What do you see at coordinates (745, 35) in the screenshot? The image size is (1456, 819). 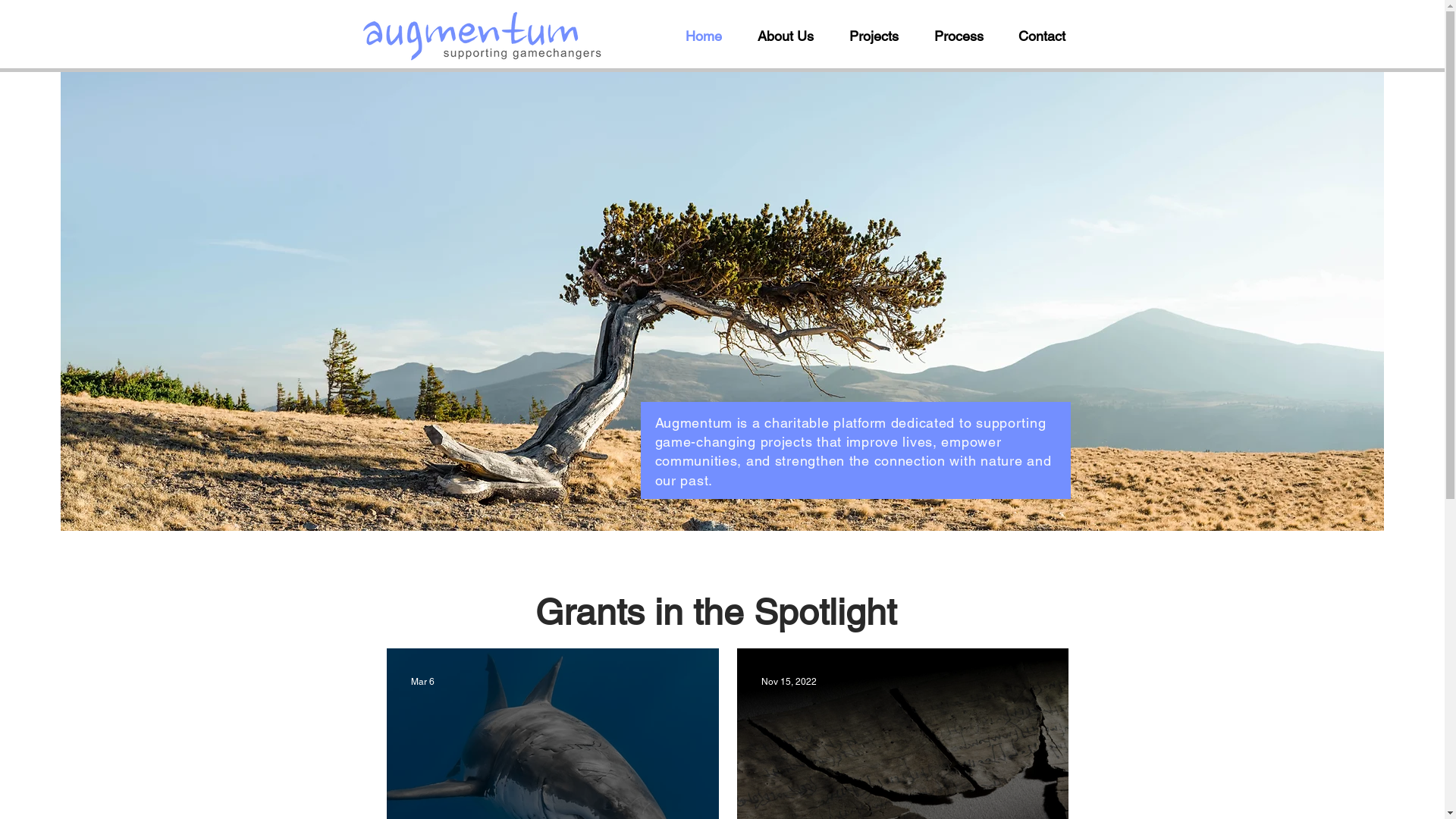 I see `'About Us'` at bounding box center [745, 35].